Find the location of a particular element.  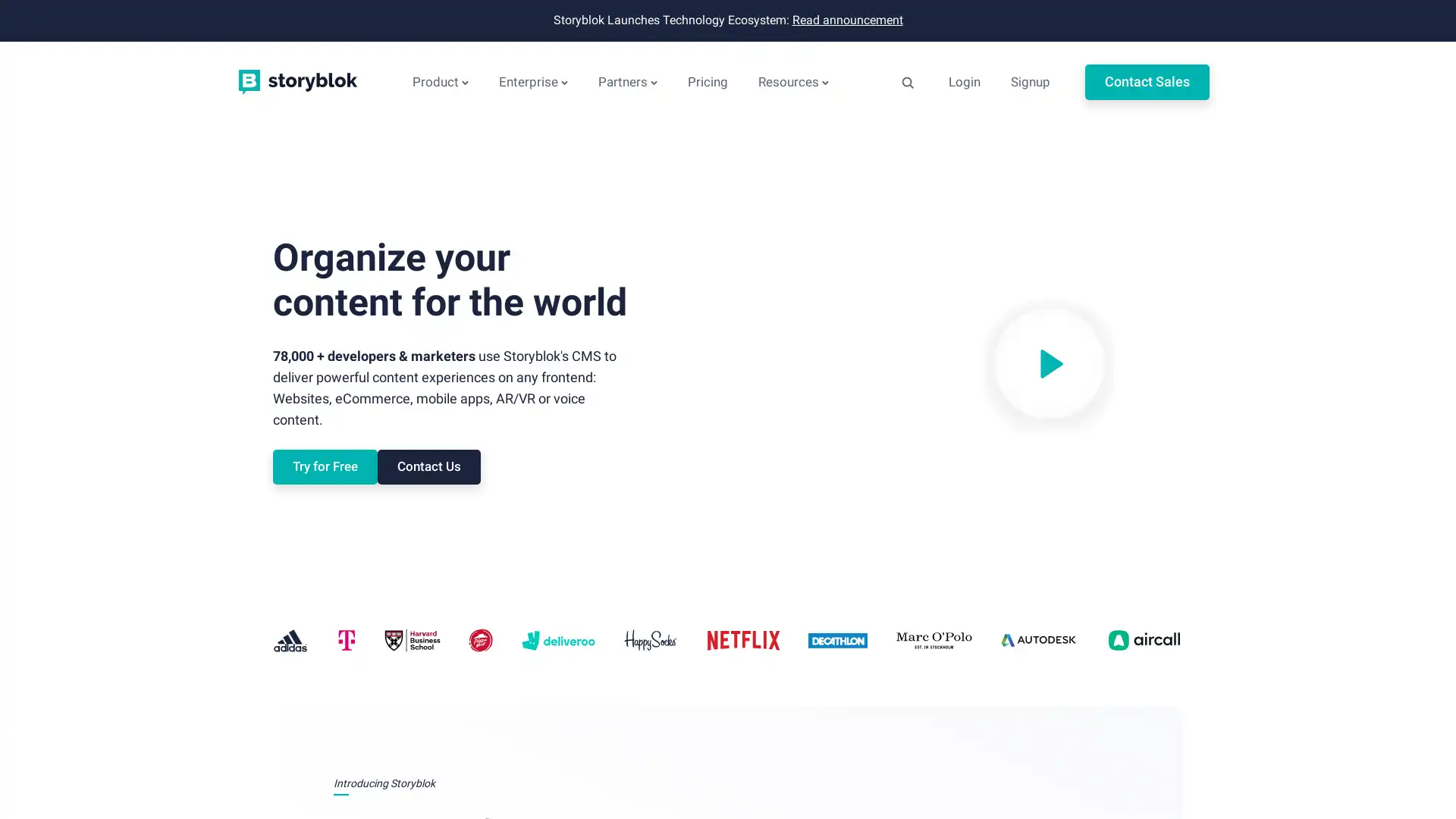

Partners is located at coordinates (628, 82).